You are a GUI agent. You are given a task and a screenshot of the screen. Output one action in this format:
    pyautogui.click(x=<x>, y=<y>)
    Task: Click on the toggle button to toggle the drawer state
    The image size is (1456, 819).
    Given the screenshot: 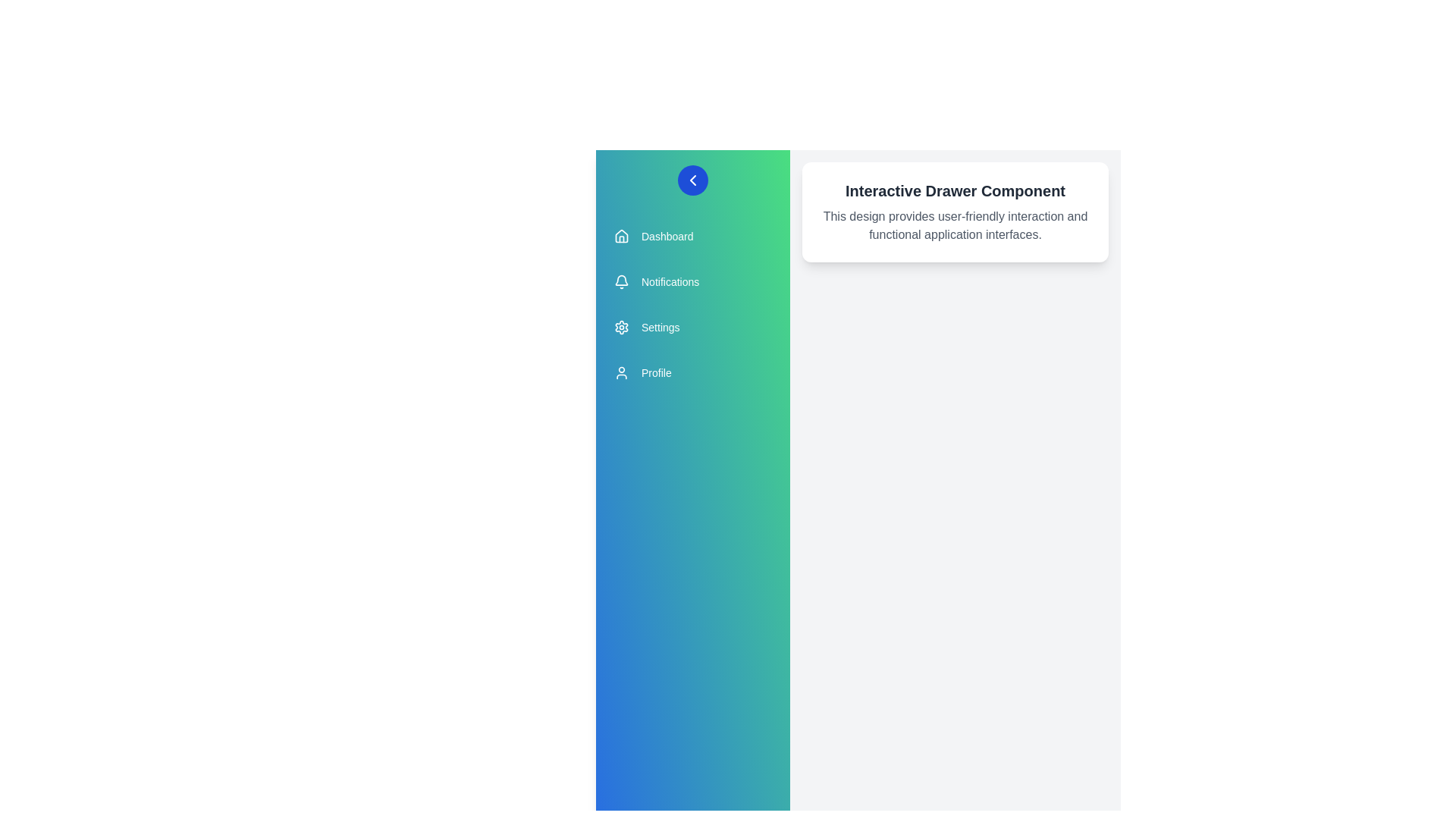 What is the action you would take?
    pyautogui.click(x=692, y=180)
    